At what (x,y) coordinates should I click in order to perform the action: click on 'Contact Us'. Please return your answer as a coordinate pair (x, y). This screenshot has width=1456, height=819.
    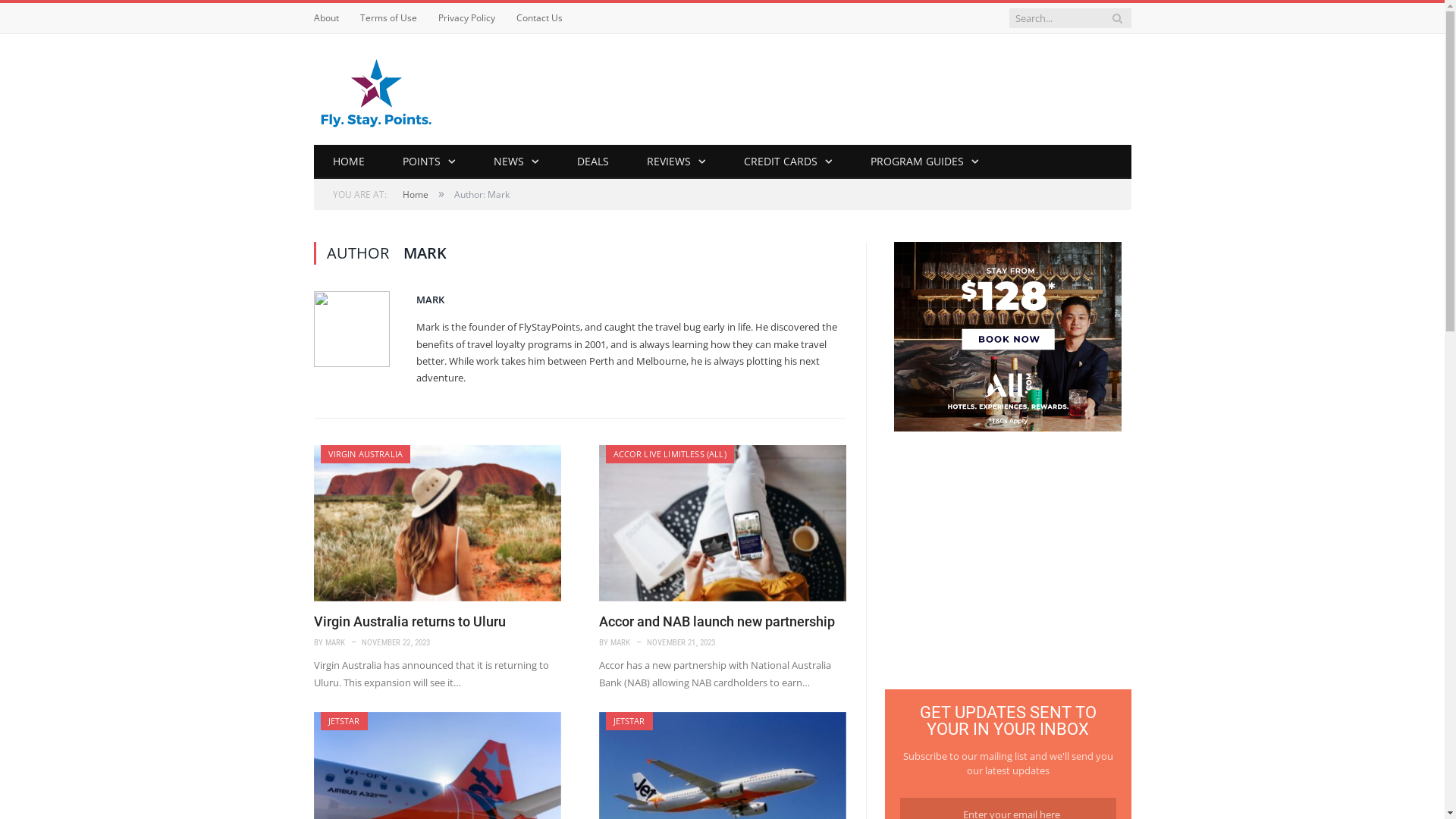
    Looking at the image, I should click on (538, 17).